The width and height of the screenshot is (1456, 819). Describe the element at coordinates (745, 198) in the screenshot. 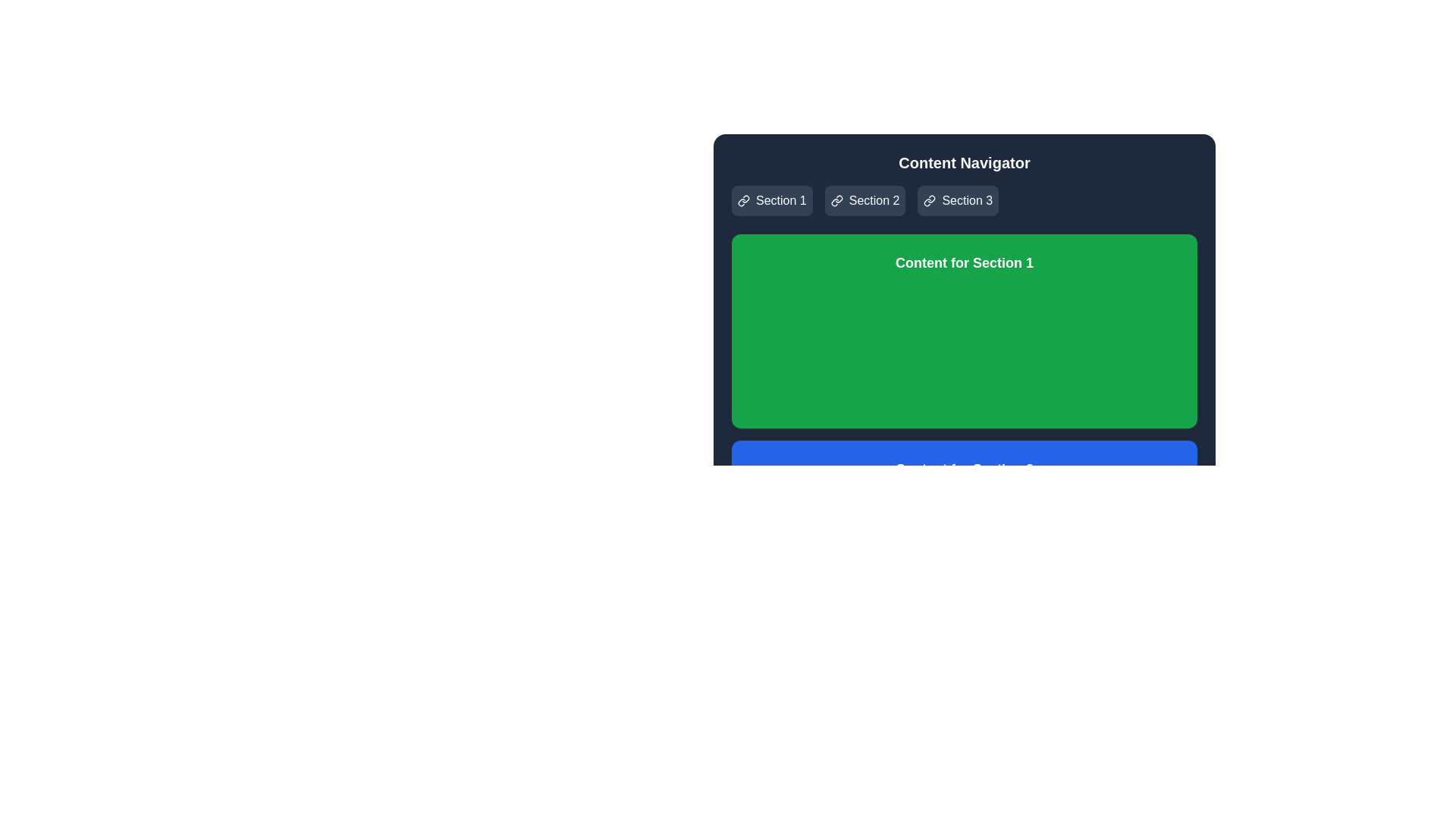

I see `the icon element that represents the 'Section 1' button, located in the top-left quadrant of the interface` at that location.